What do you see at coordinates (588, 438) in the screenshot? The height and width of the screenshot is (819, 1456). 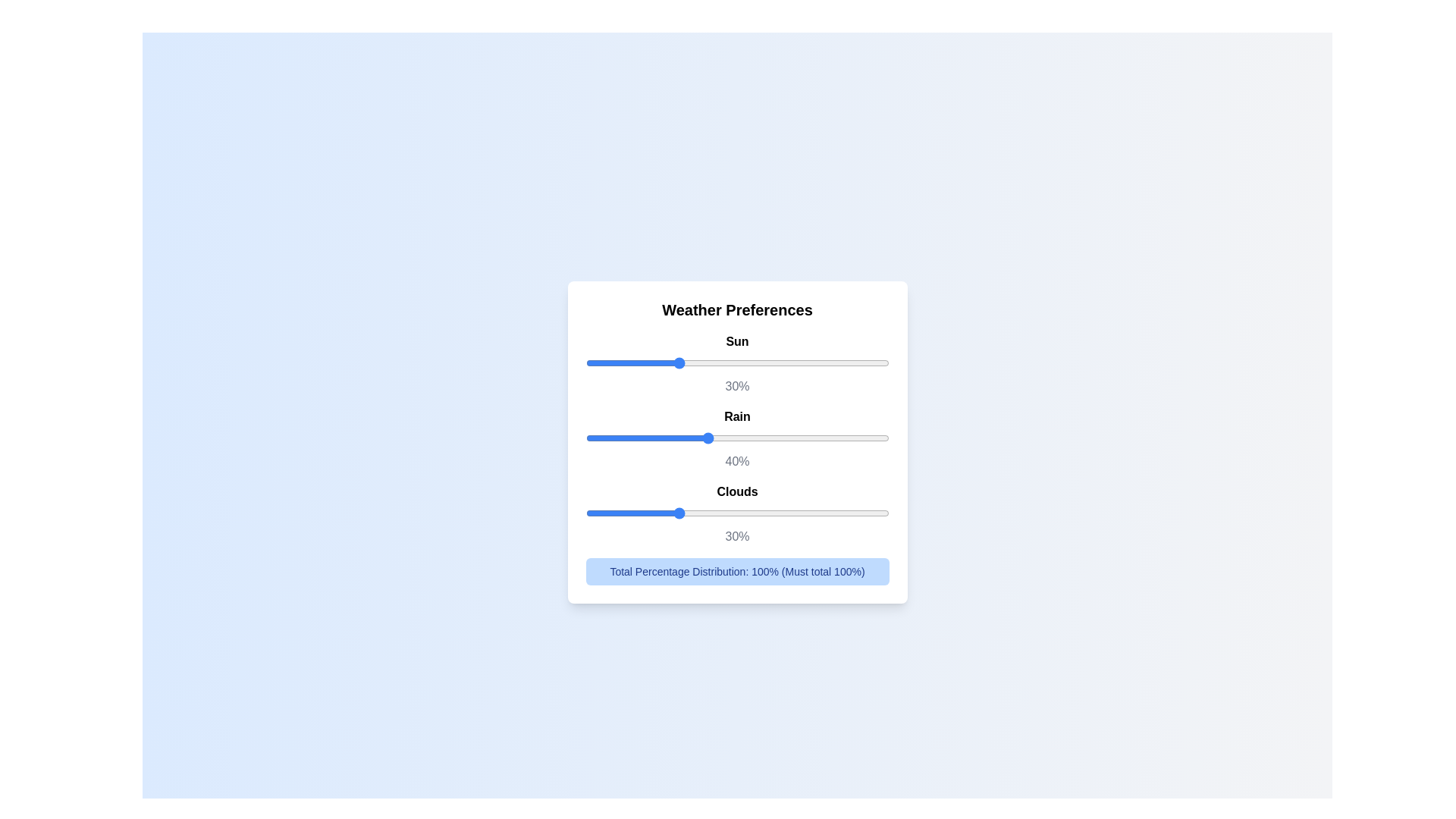 I see `the 'Rain' slider to 1%` at bounding box center [588, 438].